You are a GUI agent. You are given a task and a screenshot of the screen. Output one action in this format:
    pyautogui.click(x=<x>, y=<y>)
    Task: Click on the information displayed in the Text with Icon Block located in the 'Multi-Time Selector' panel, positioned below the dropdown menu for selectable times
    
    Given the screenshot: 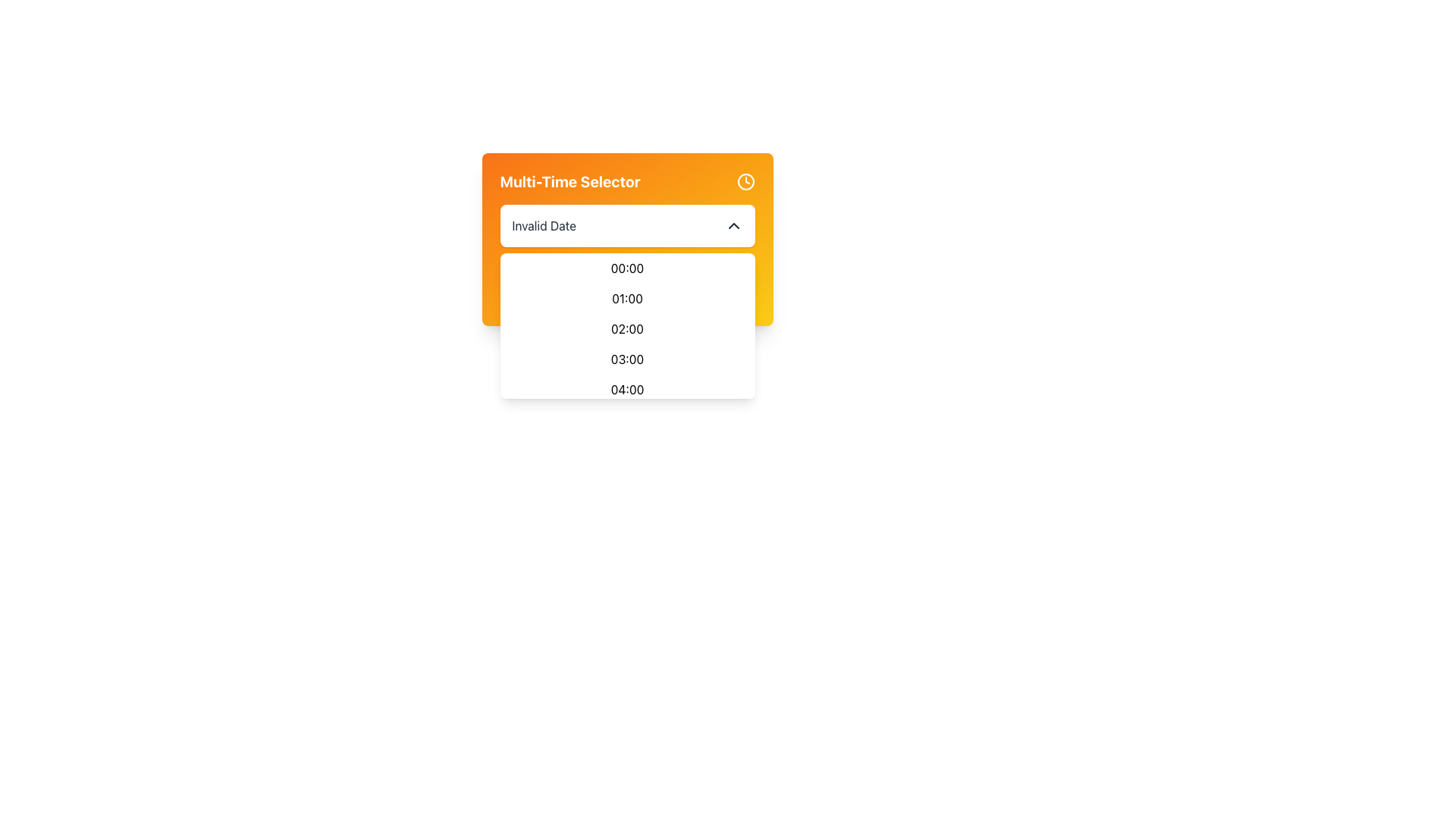 What is the action you would take?
    pyautogui.click(x=627, y=287)
    